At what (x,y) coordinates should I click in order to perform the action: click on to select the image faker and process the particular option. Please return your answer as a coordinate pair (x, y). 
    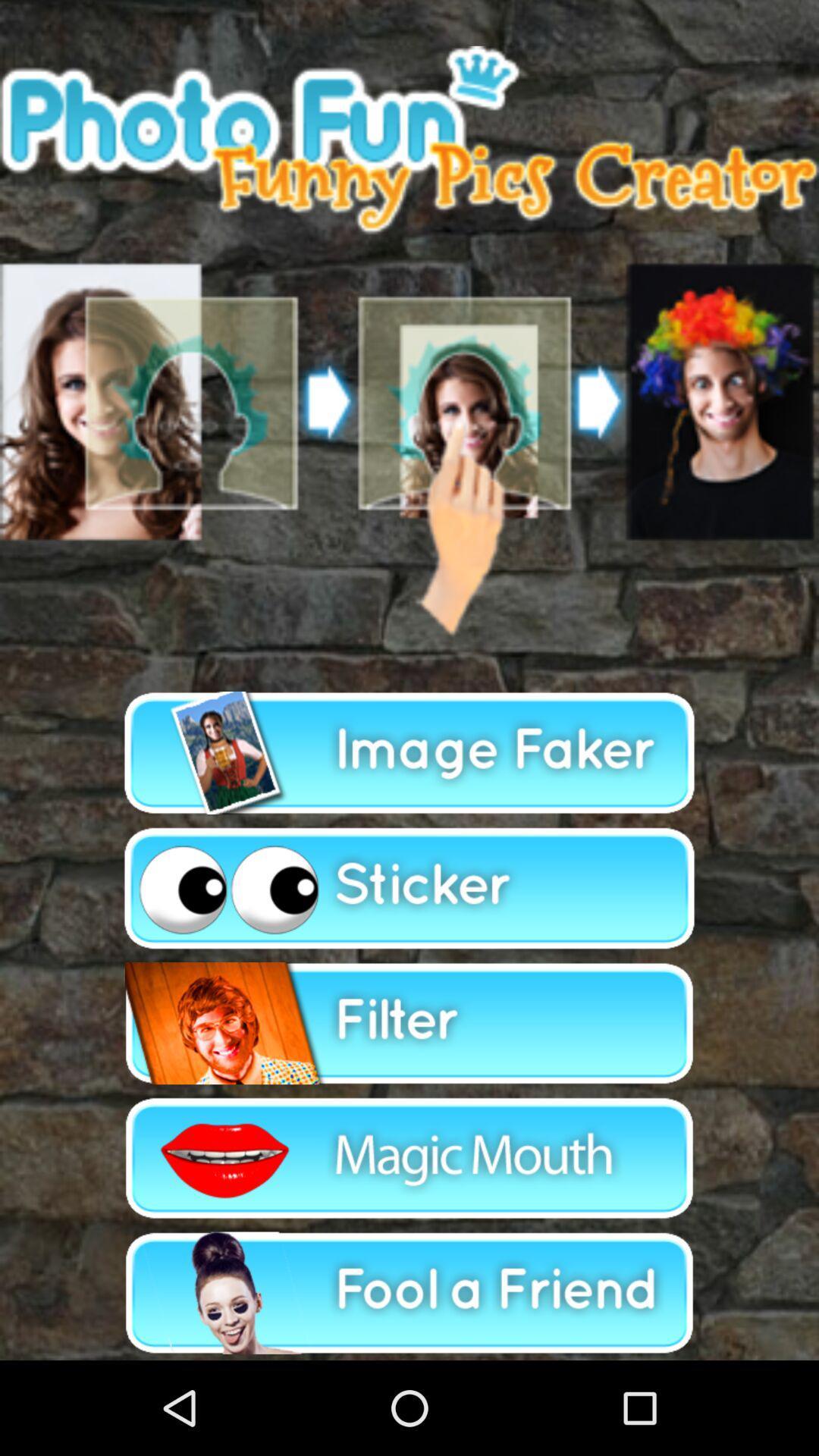
    Looking at the image, I should click on (409, 753).